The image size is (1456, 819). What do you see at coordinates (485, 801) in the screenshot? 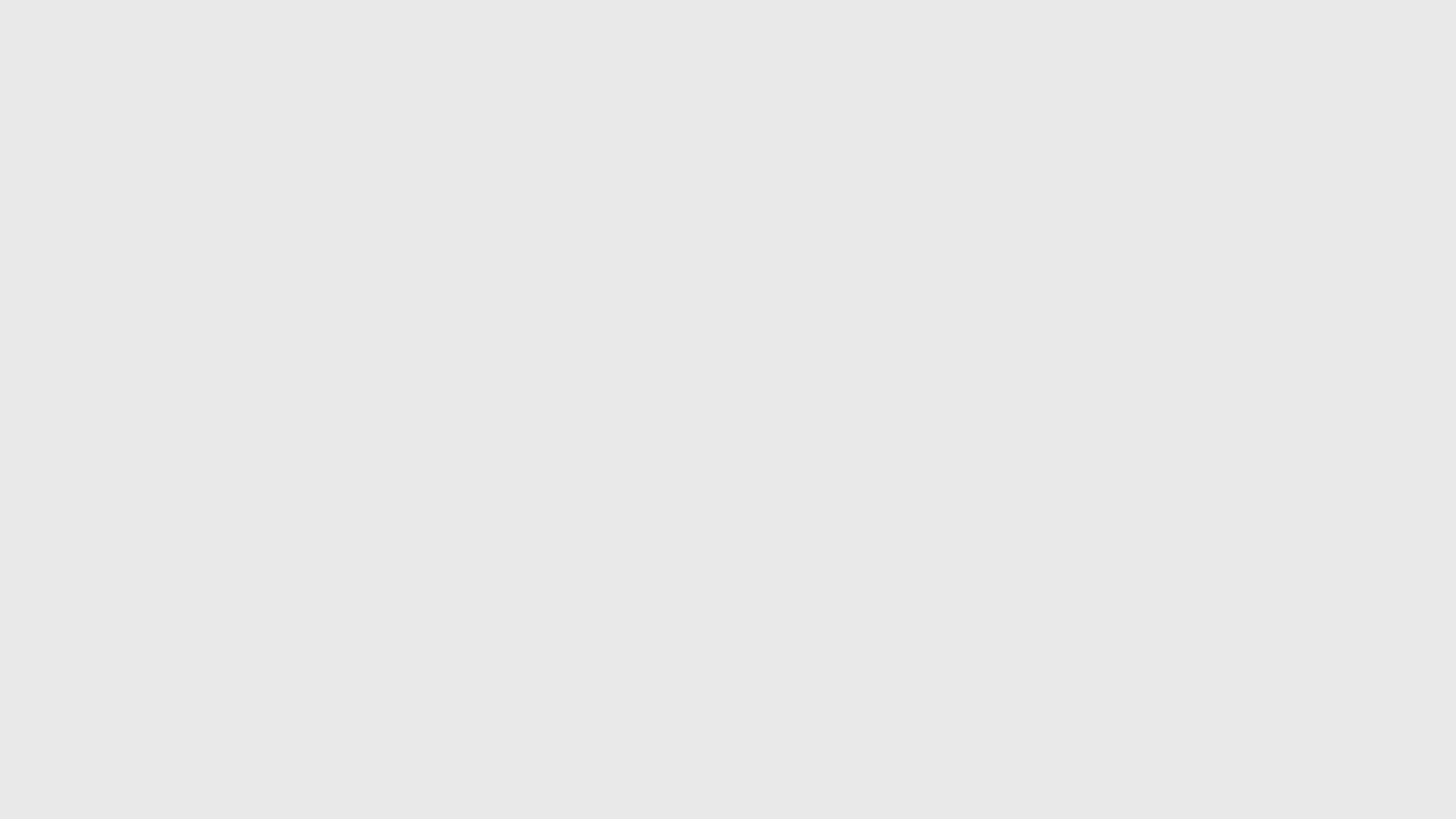
I see `BACK TO LOCATIONS` at bounding box center [485, 801].